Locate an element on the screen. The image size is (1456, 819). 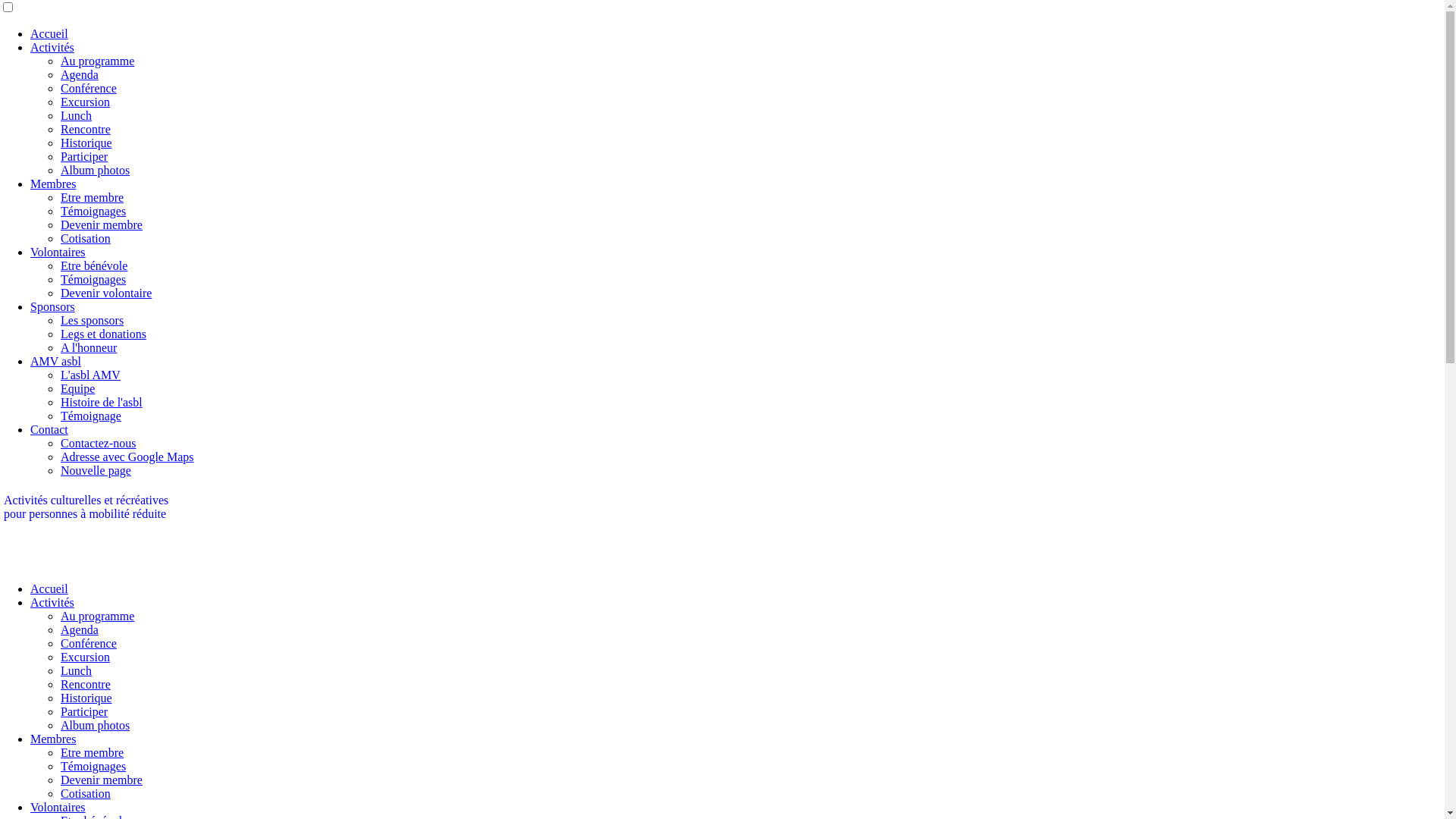
'A l'honneur' is located at coordinates (61, 347).